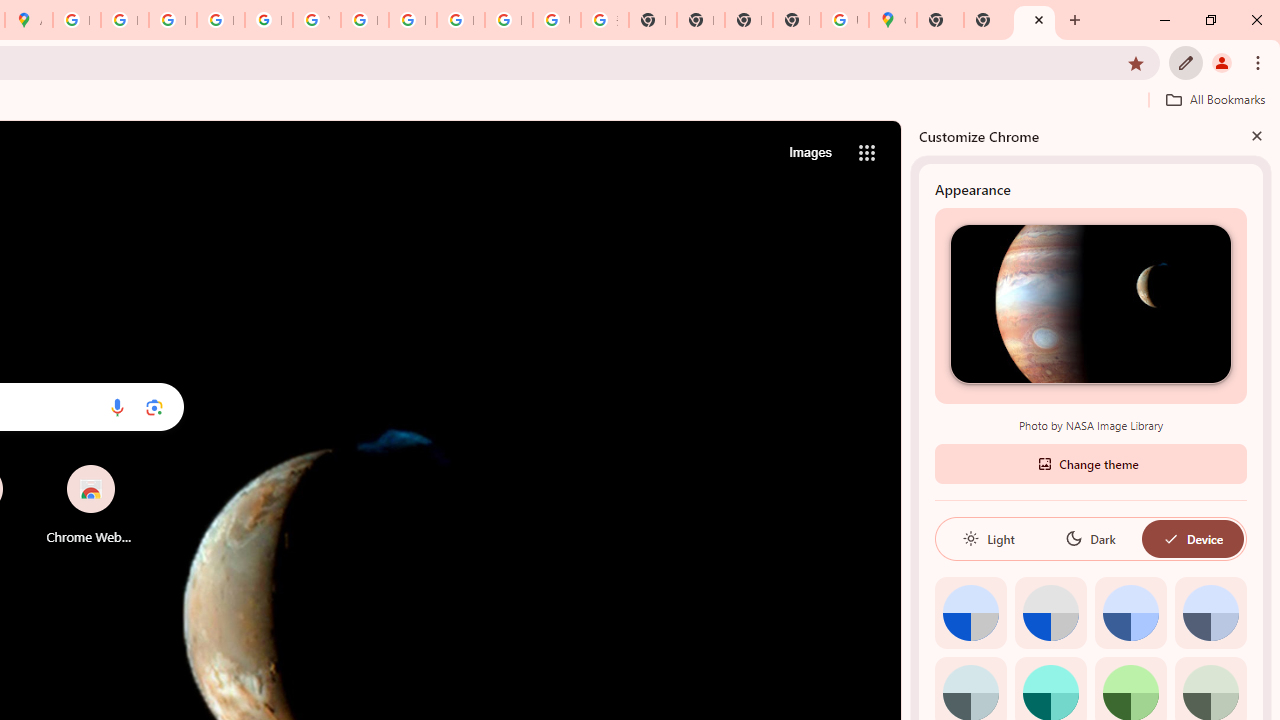 The height and width of the screenshot is (720, 1280). What do you see at coordinates (1089, 303) in the screenshot?
I see `'Photo by NASA Image Library'` at bounding box center [1089, 303].